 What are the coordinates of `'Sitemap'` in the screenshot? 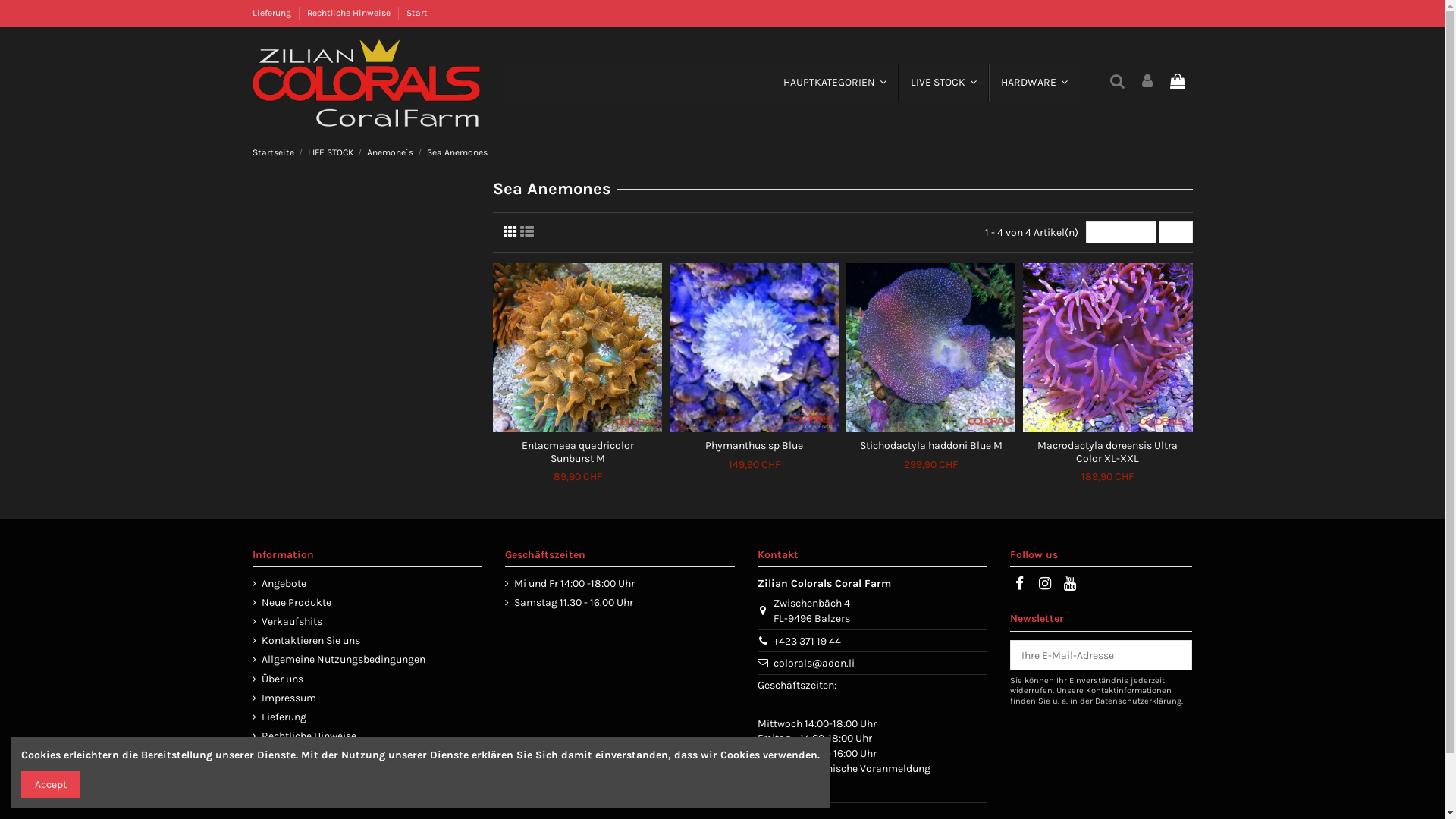 It's located at (276, 755).